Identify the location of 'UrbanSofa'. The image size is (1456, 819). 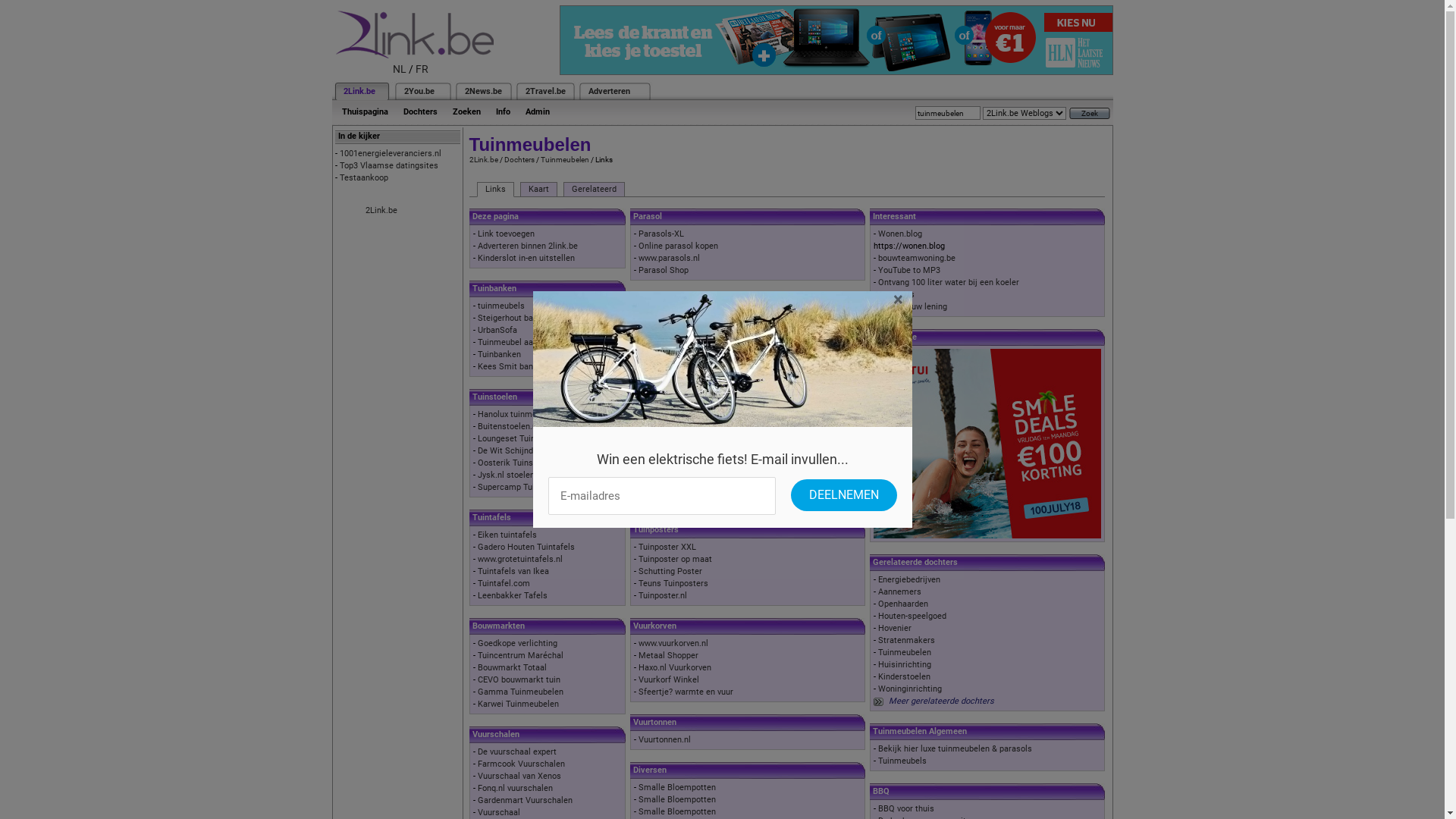
(497, 329).